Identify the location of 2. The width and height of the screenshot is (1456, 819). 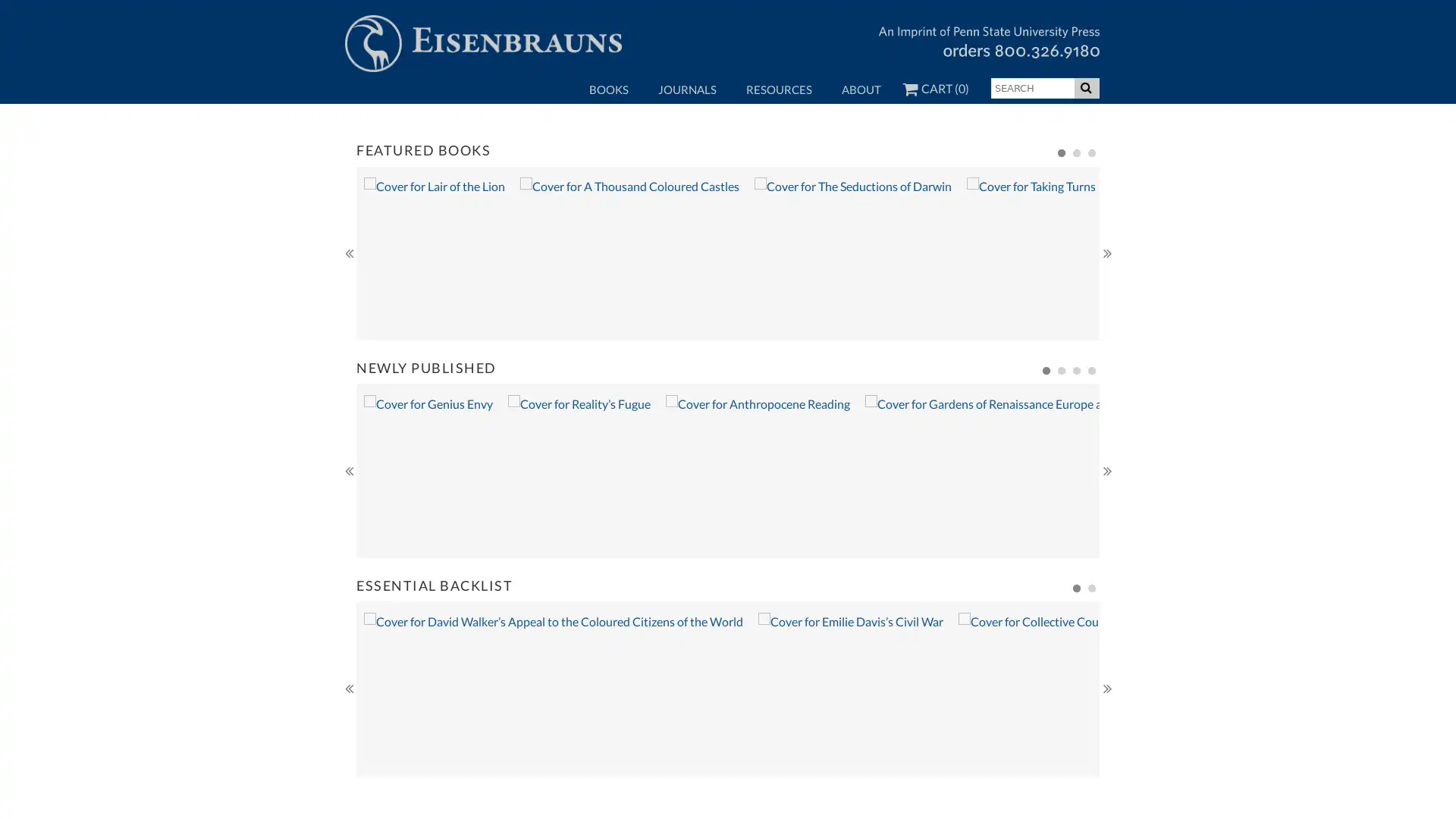
(1076, 154).